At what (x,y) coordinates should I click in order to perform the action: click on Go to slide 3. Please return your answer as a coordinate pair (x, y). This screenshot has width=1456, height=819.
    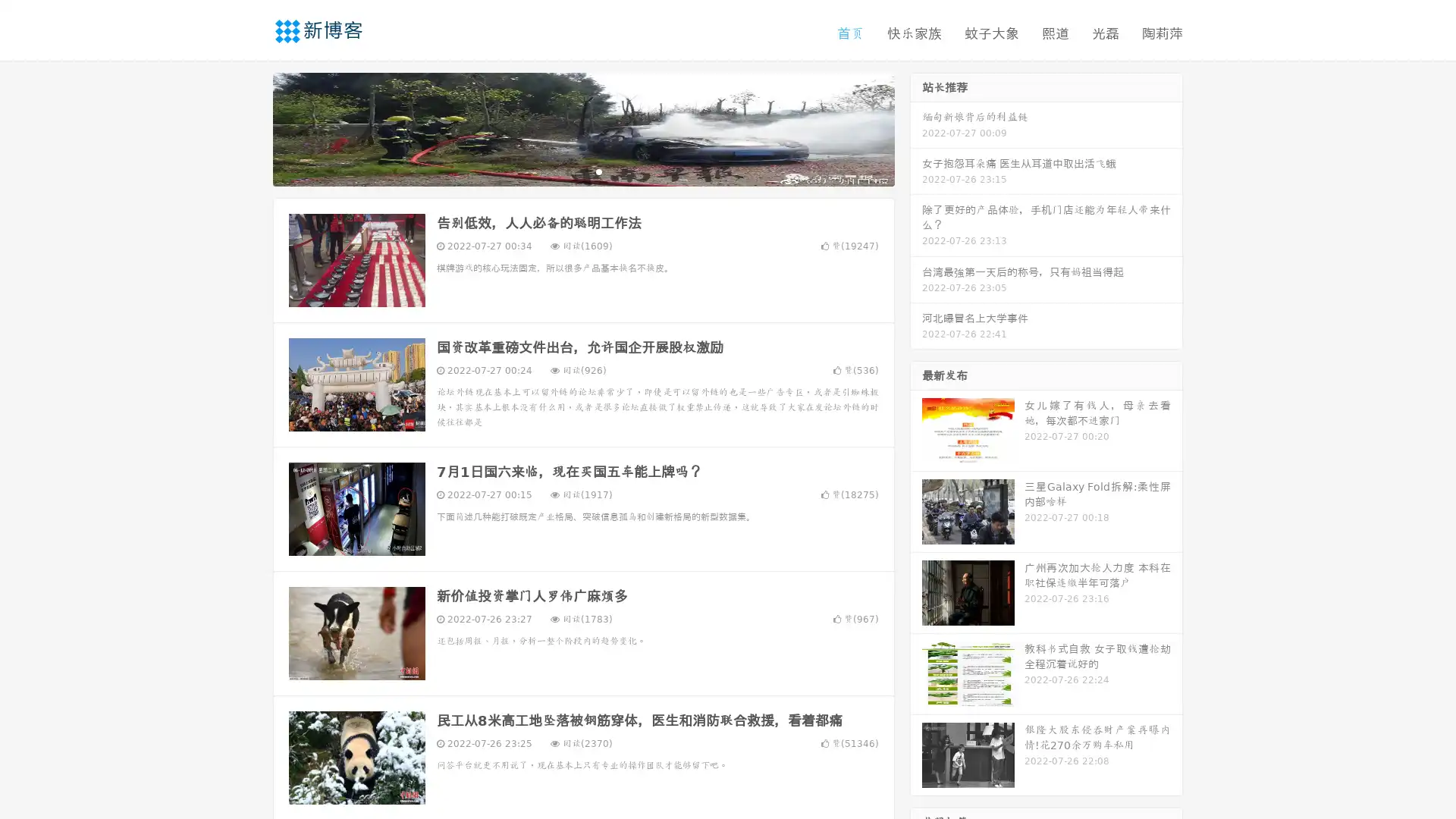
    Looking at the image, I should click on (598, 171).